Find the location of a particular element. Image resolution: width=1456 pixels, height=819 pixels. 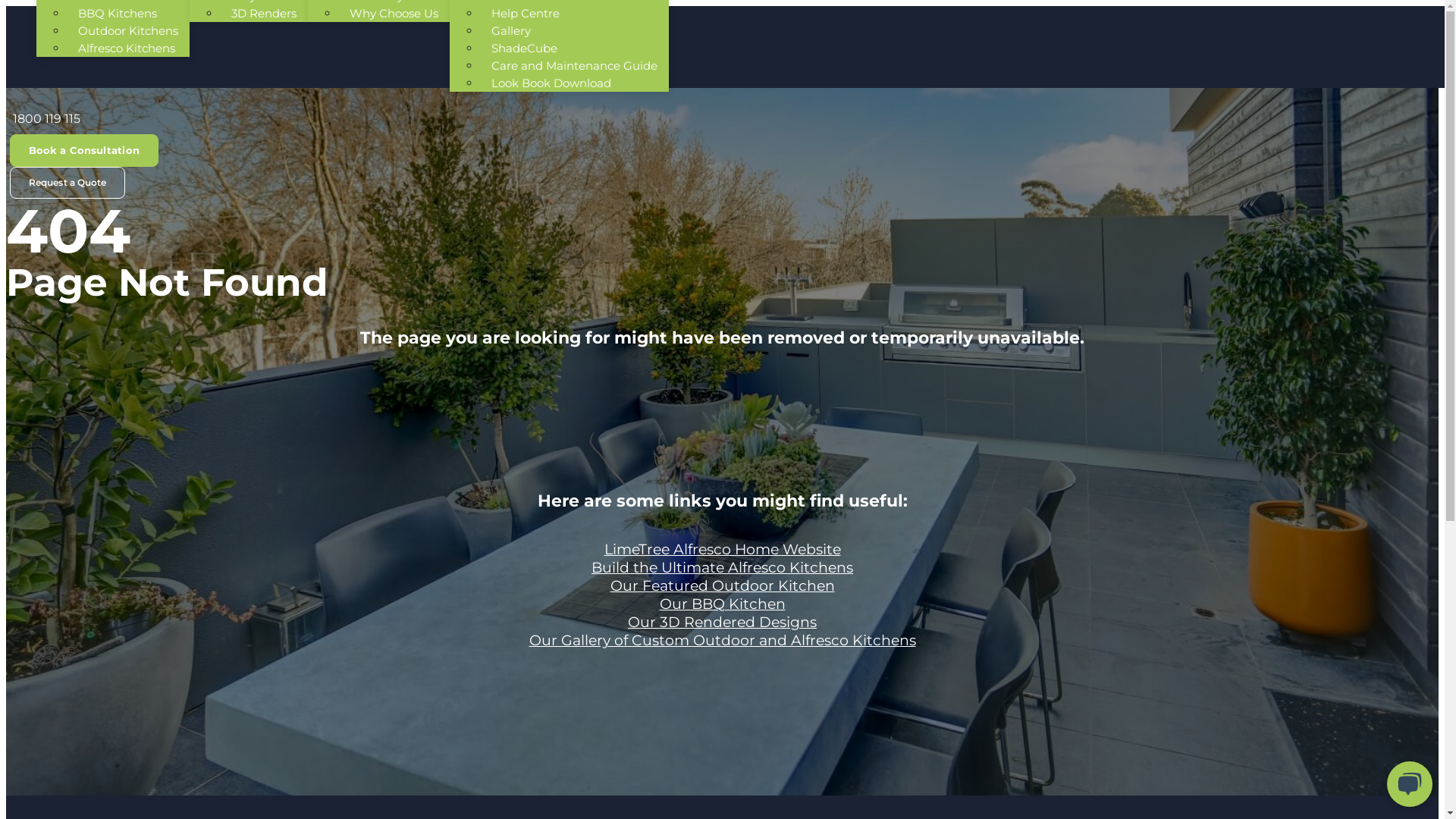

'LimeTree Alfresco Home Website' is located at coordinates (720, 549).